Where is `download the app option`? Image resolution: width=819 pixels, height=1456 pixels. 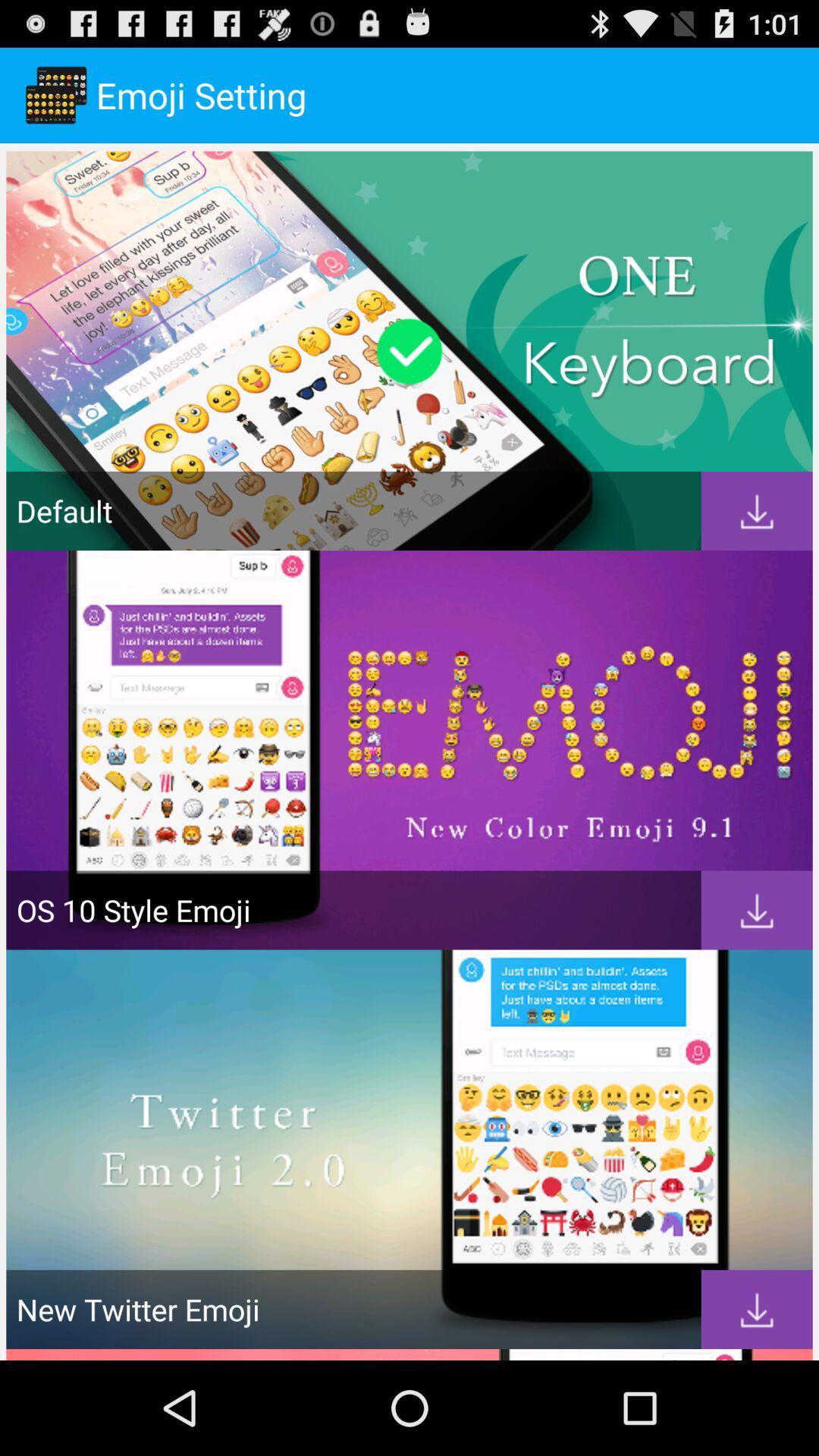
download the app option is located at coordinates (757, 910).